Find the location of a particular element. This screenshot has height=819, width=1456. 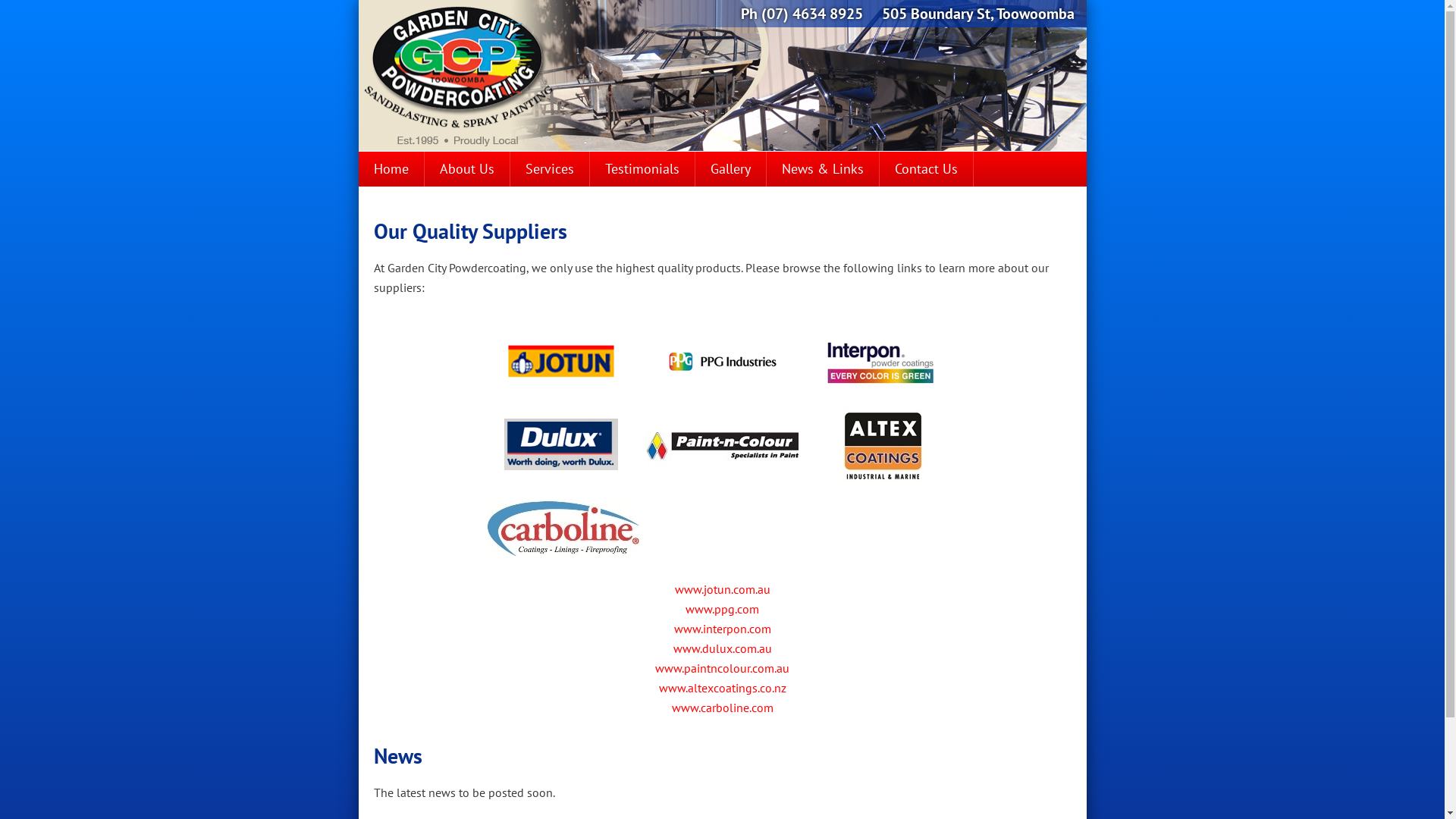

'Testimonials' is located at coordinates (642, 169).